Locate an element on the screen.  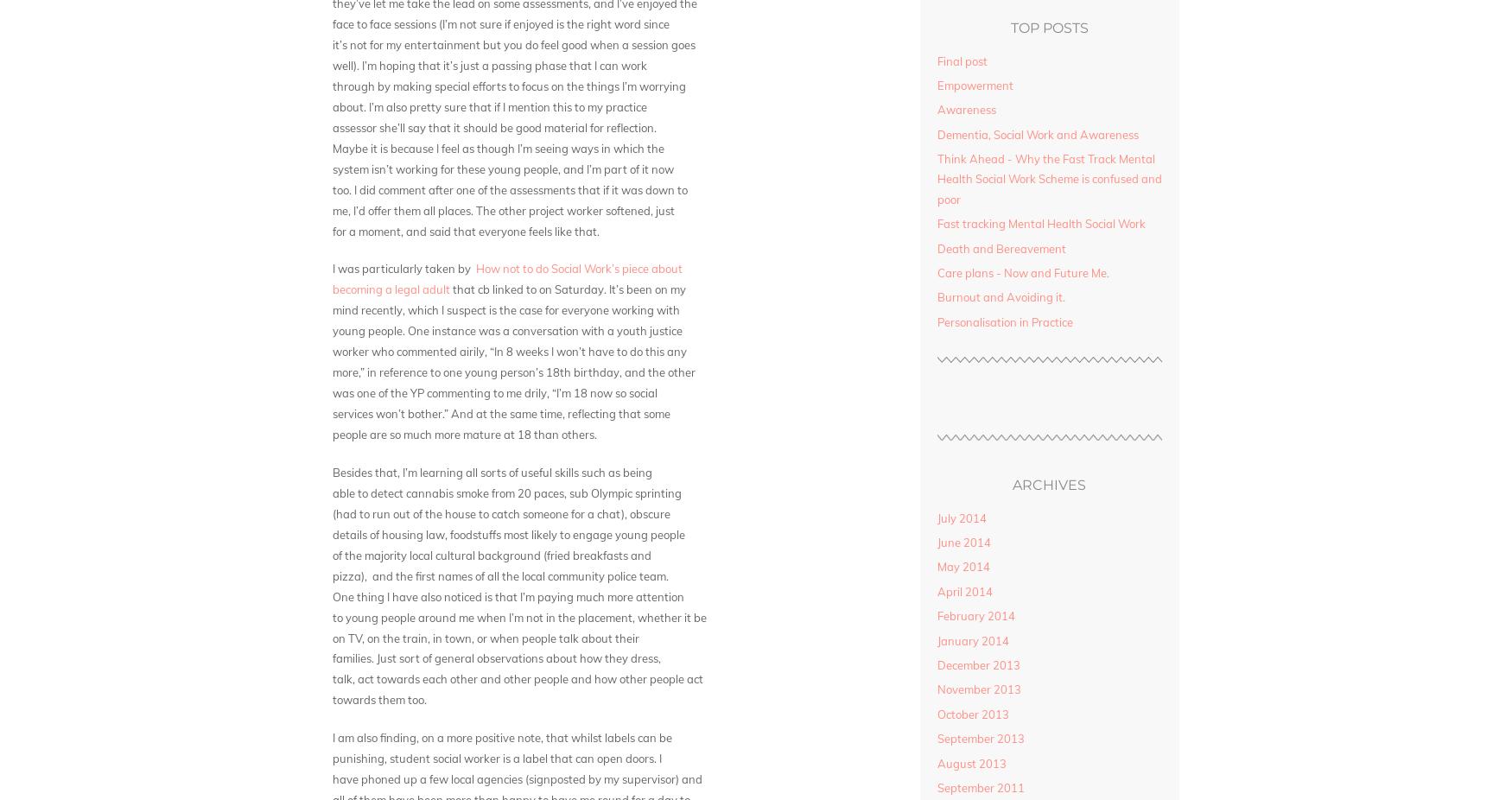
'punishing, student social worker is a label that can open doors. I' is located at coordinates (497, 758).